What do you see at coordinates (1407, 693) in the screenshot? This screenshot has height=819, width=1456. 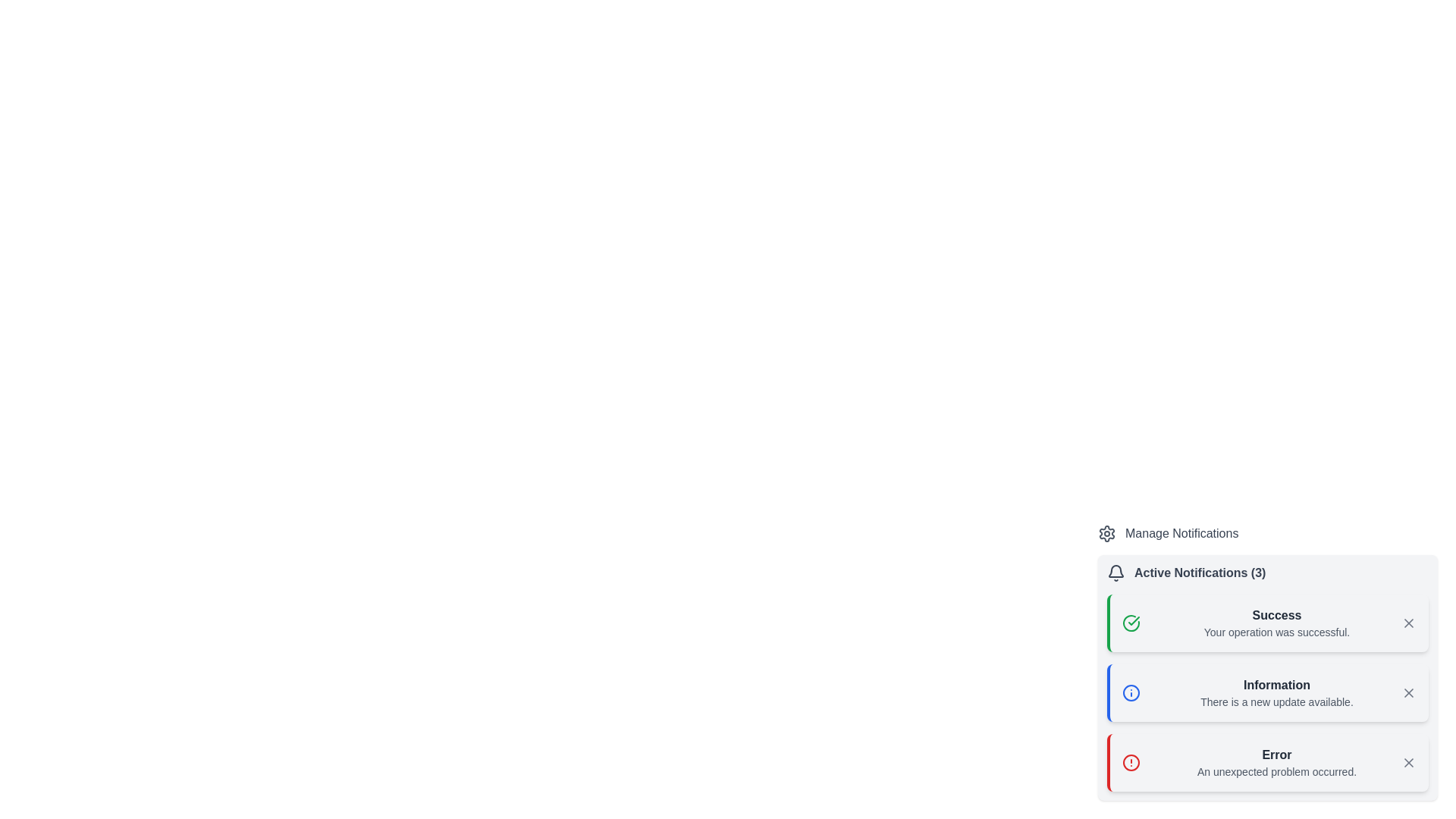 I see `the circular icon button with a cross symbol, located at the top-right corner of the notification stating 'Information: There is a new update available.'` at bounding box center [1407, 693].